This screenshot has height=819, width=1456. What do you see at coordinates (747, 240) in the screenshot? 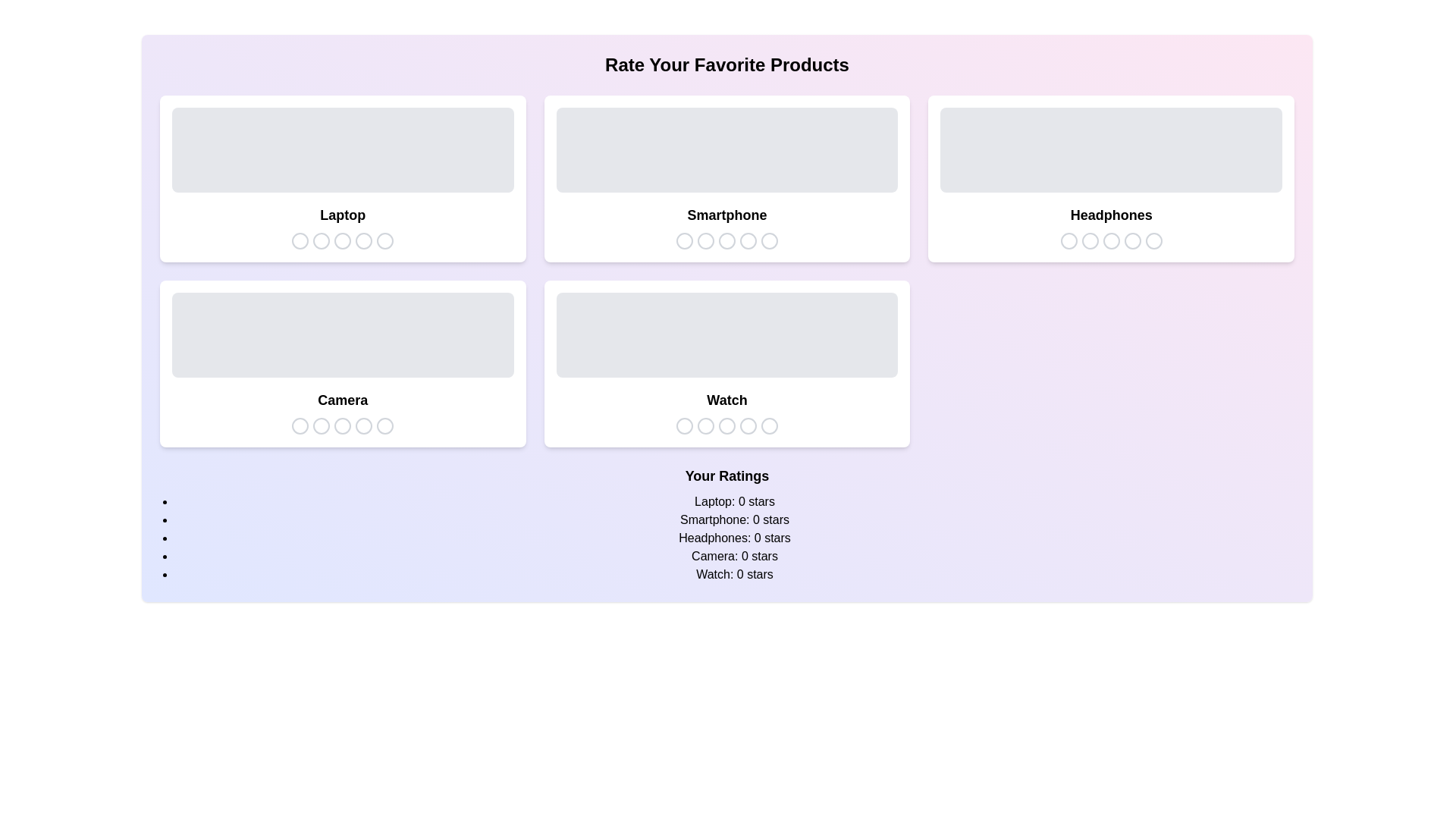
I see `the star icon corresponding to 4 stars for the product Smartphone` at bounding box center [747, 240].